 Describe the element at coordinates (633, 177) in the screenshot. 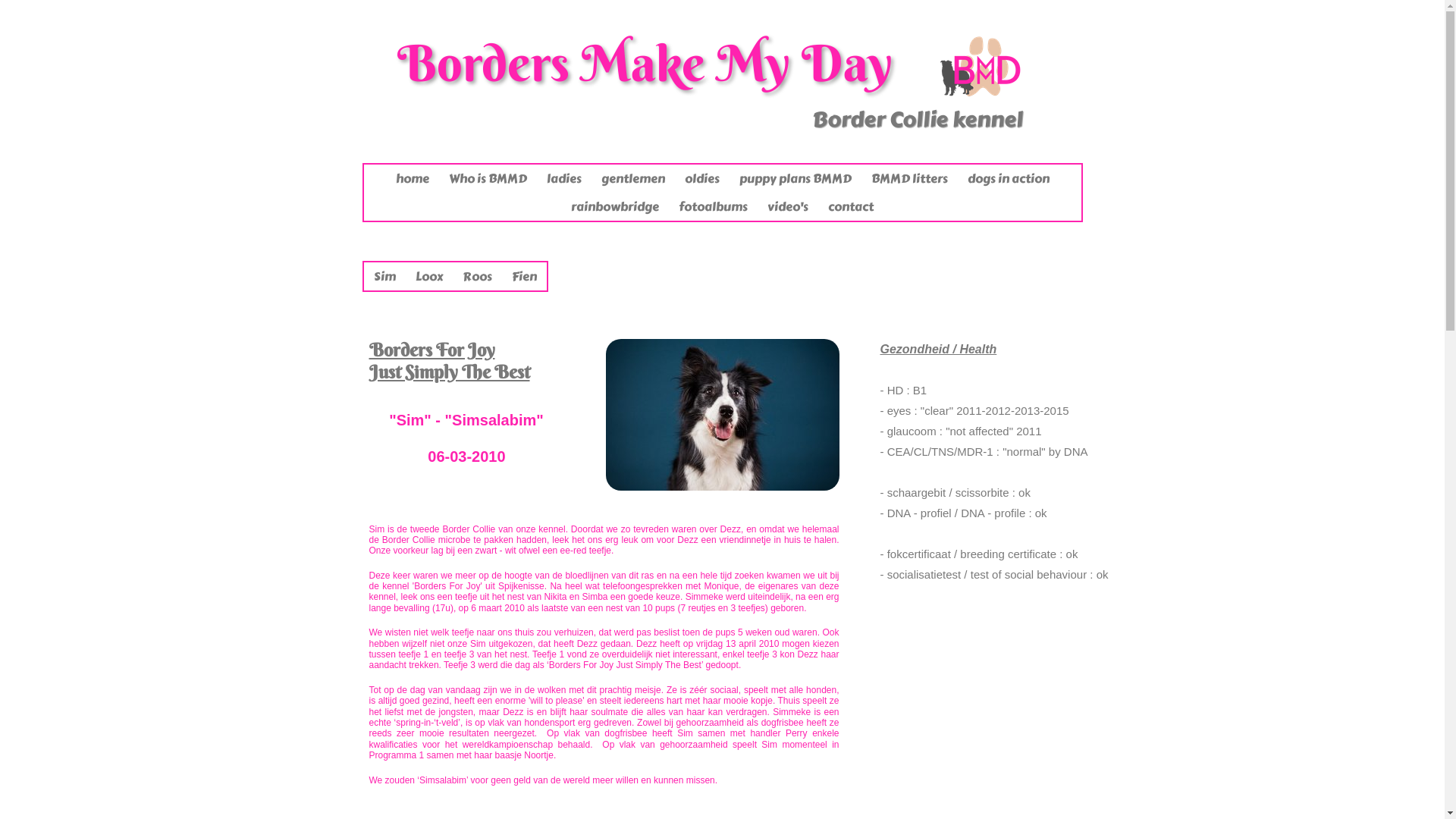

I see `'gentlemen'` at that location.